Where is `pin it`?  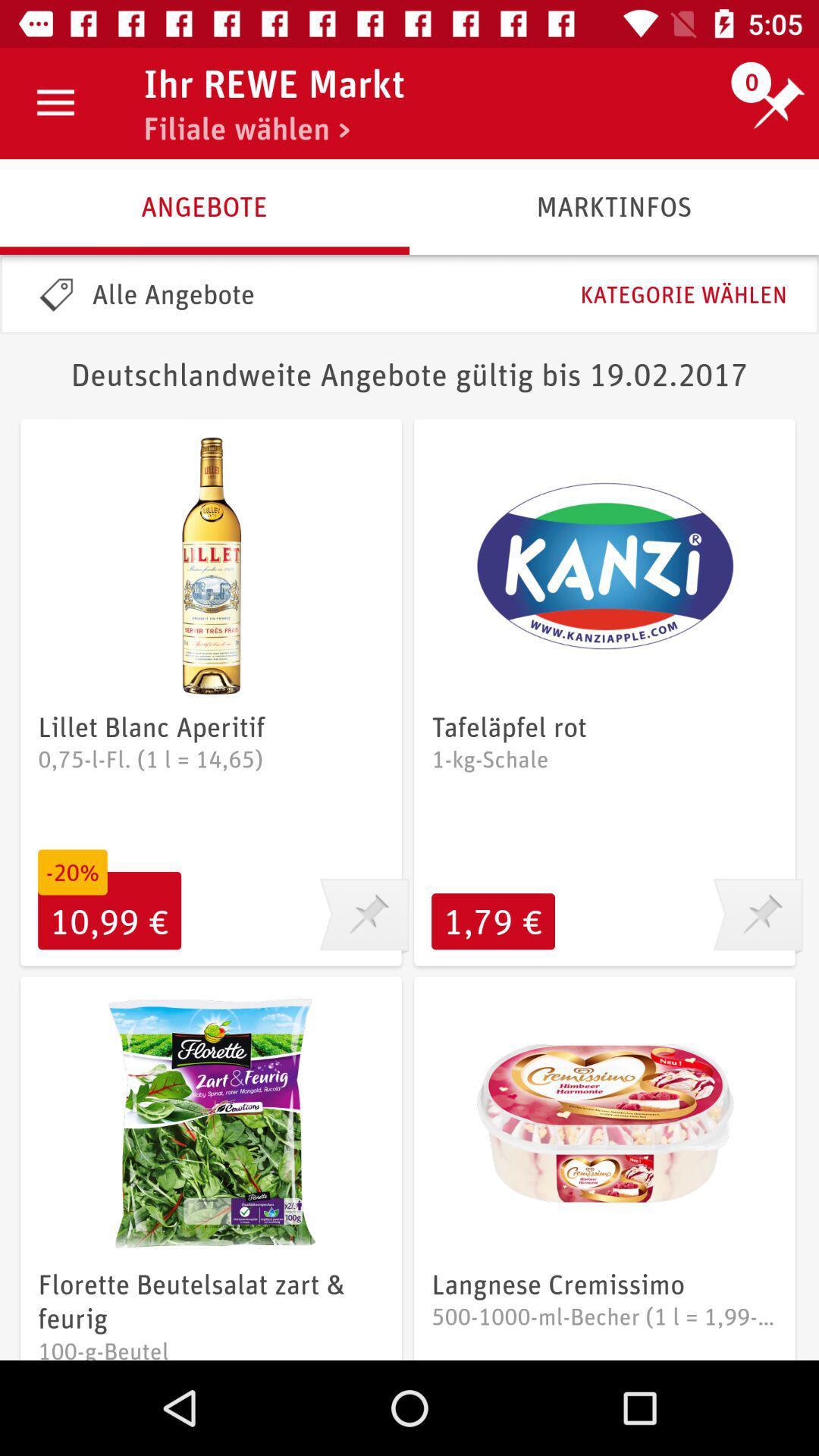
pin it is located at coordinates (364, 916).